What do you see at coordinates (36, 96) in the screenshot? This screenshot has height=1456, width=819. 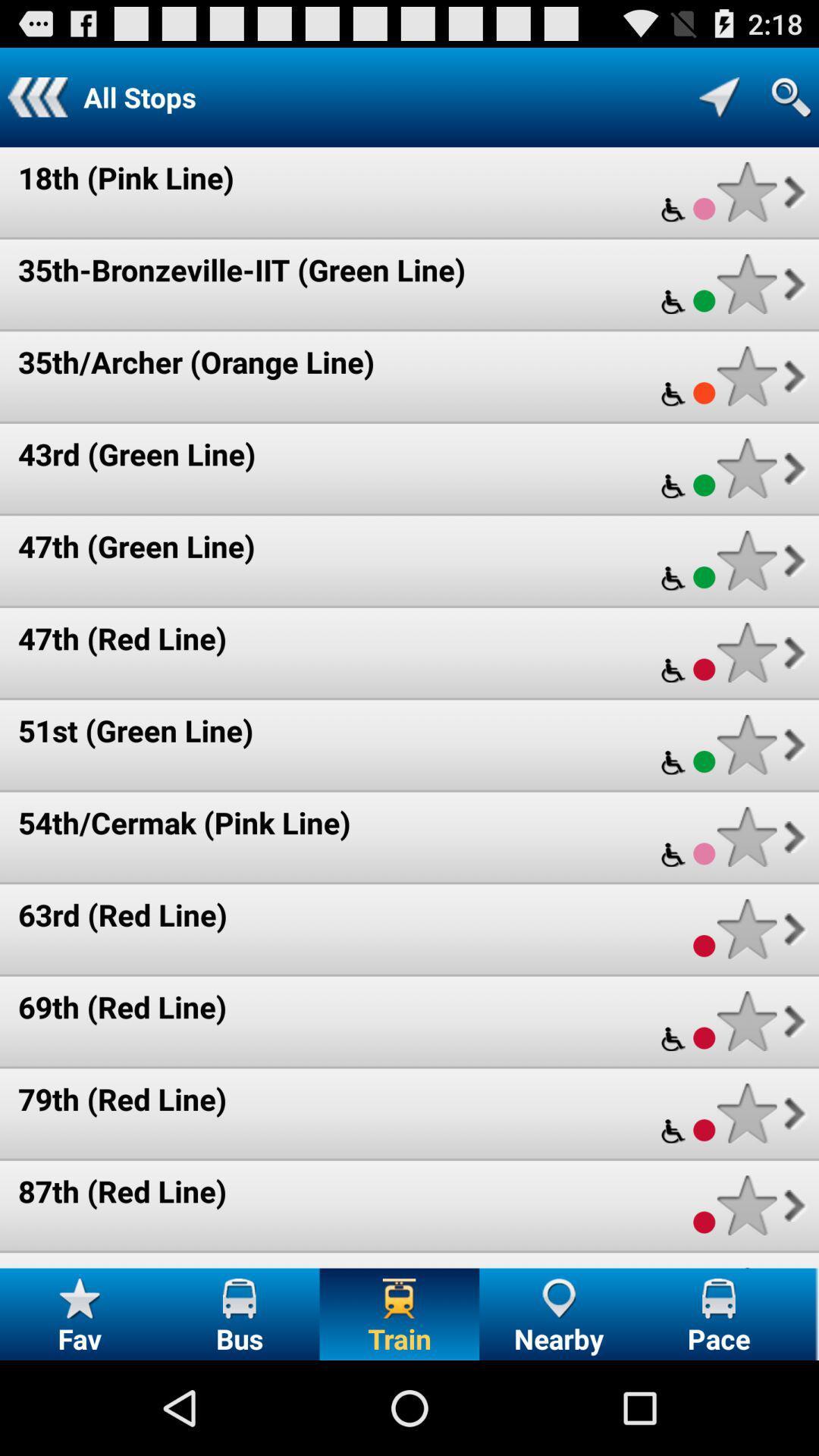 I see `previous menu` at bounding box center [36, 96].